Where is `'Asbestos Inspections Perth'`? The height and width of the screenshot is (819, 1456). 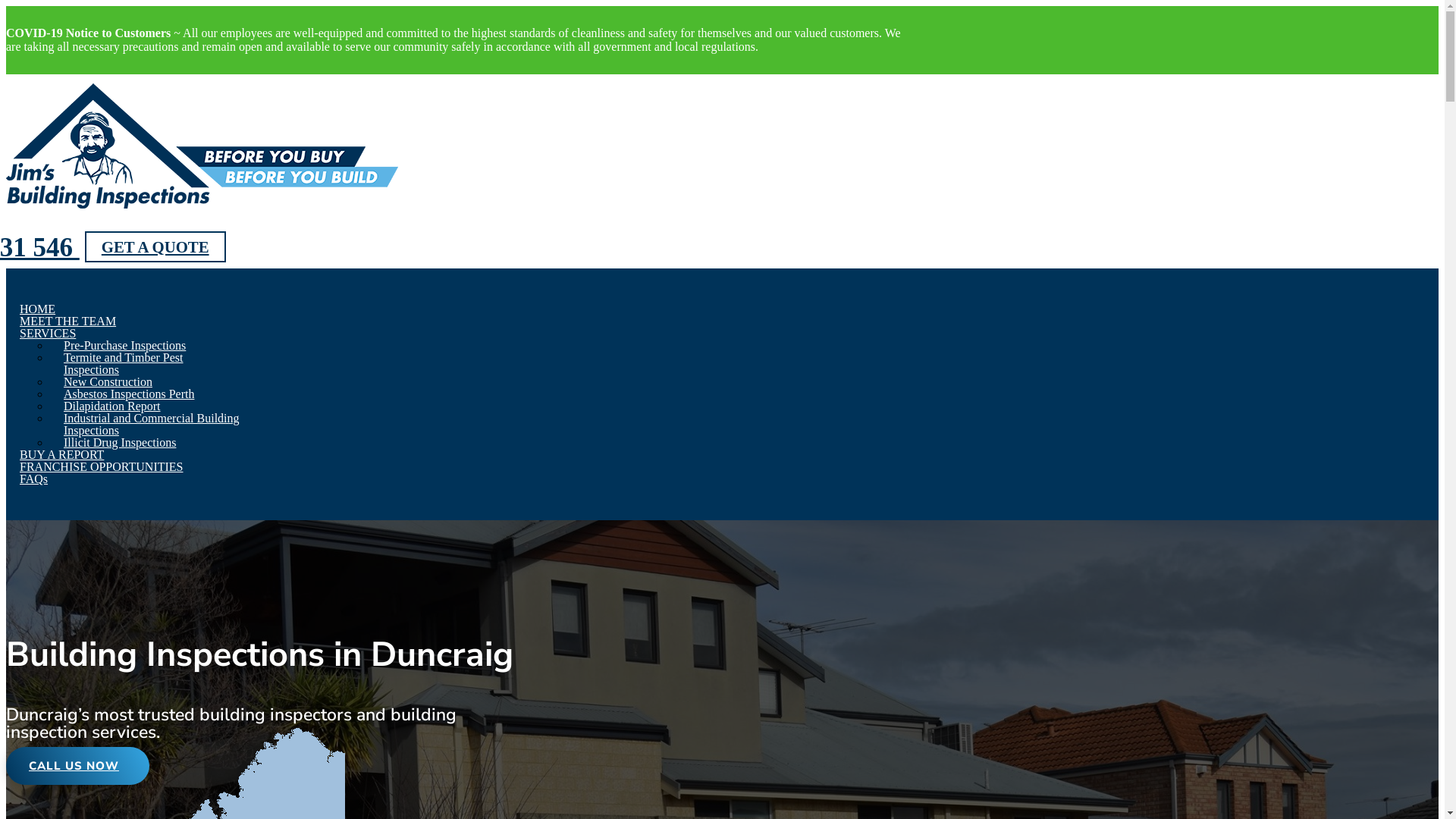 'Asbestos Inspections Perth' is located at coordinates (128, 393).